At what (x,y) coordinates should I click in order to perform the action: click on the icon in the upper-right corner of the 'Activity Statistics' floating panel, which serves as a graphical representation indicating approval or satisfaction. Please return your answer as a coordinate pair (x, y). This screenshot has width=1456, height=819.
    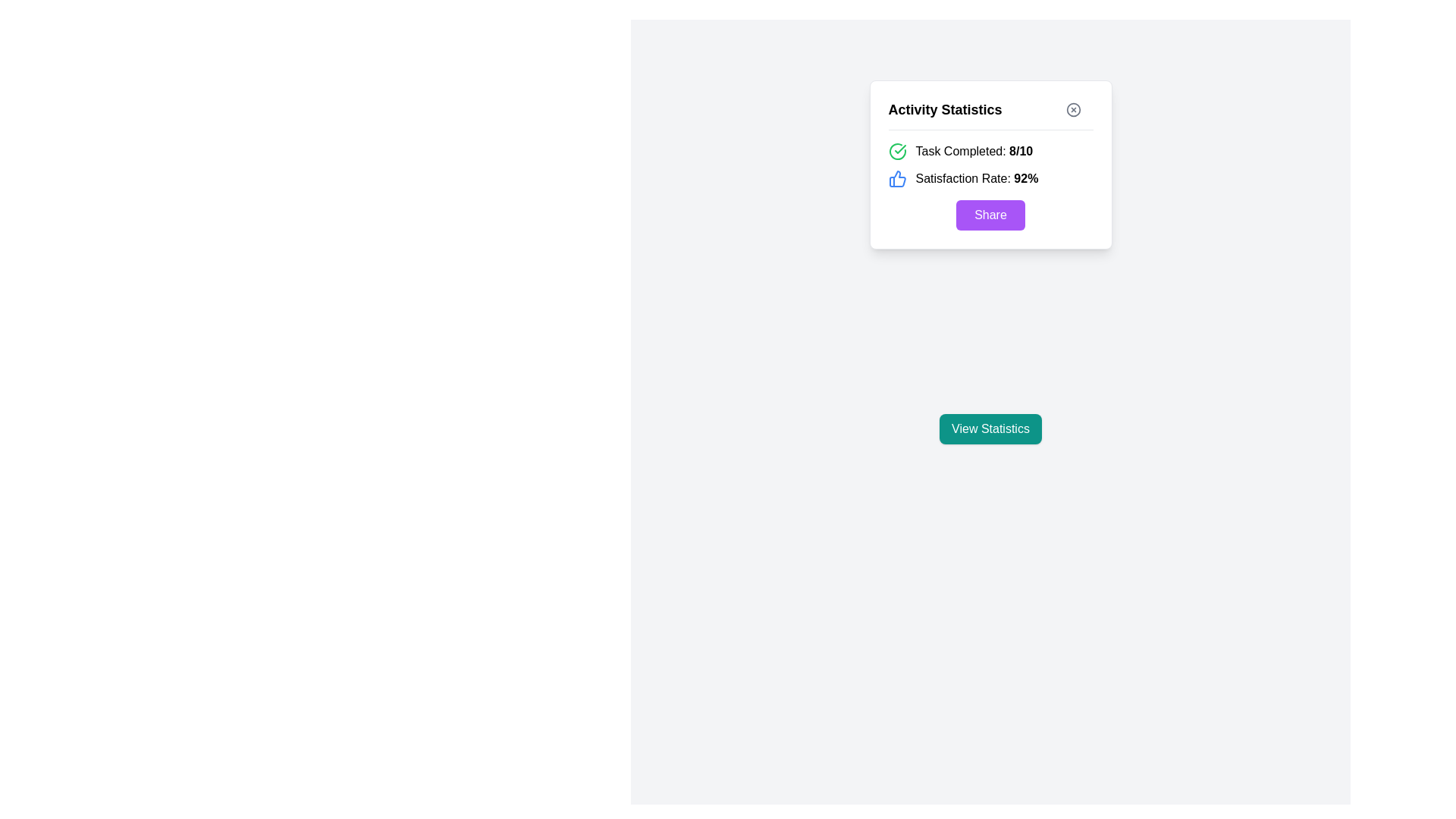
    Looking at the image, I should click on (897, 177).